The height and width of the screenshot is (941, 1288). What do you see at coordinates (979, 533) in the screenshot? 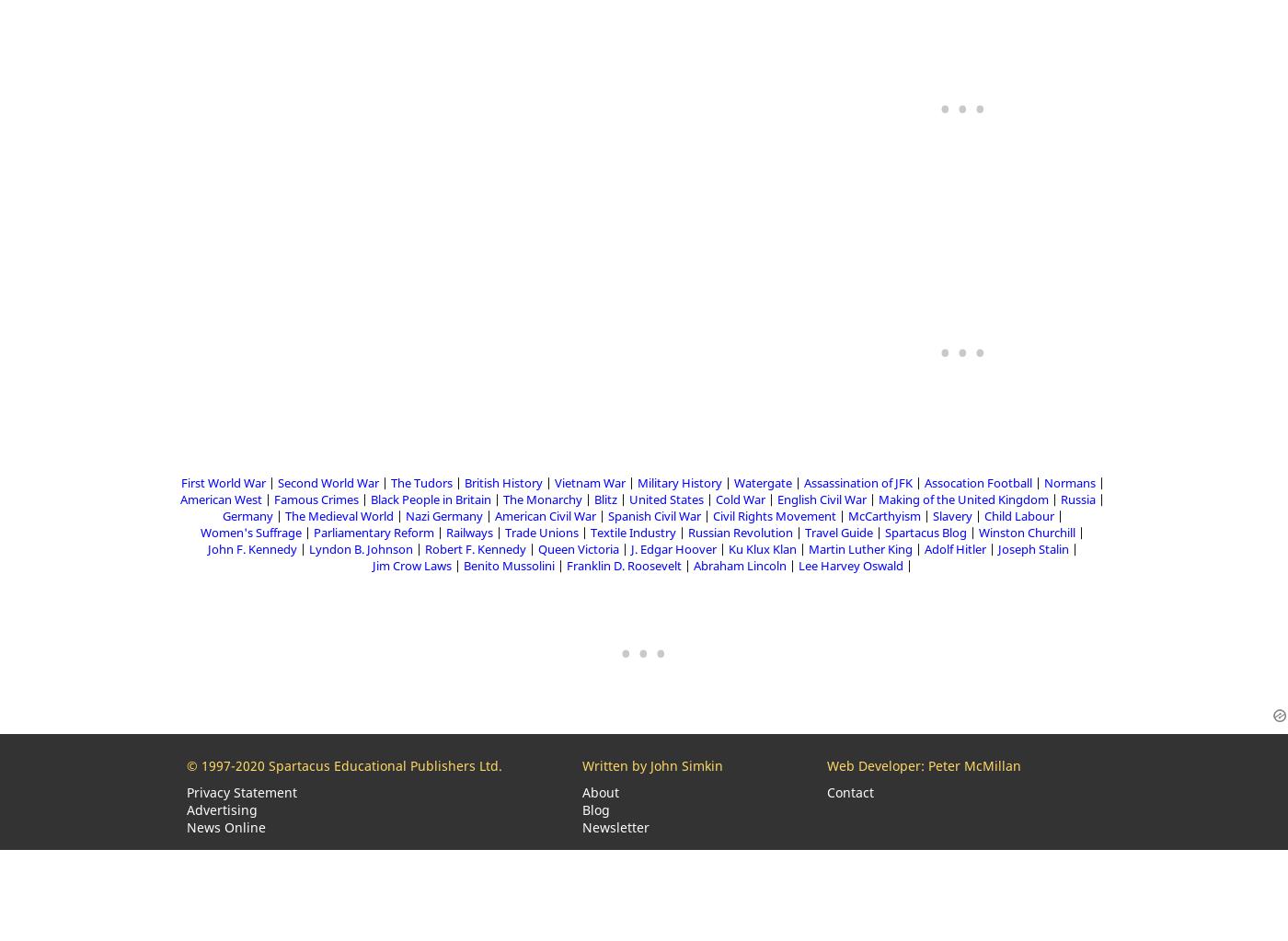
I see `'Winston Churchill'` at bounding box center [979, 533].